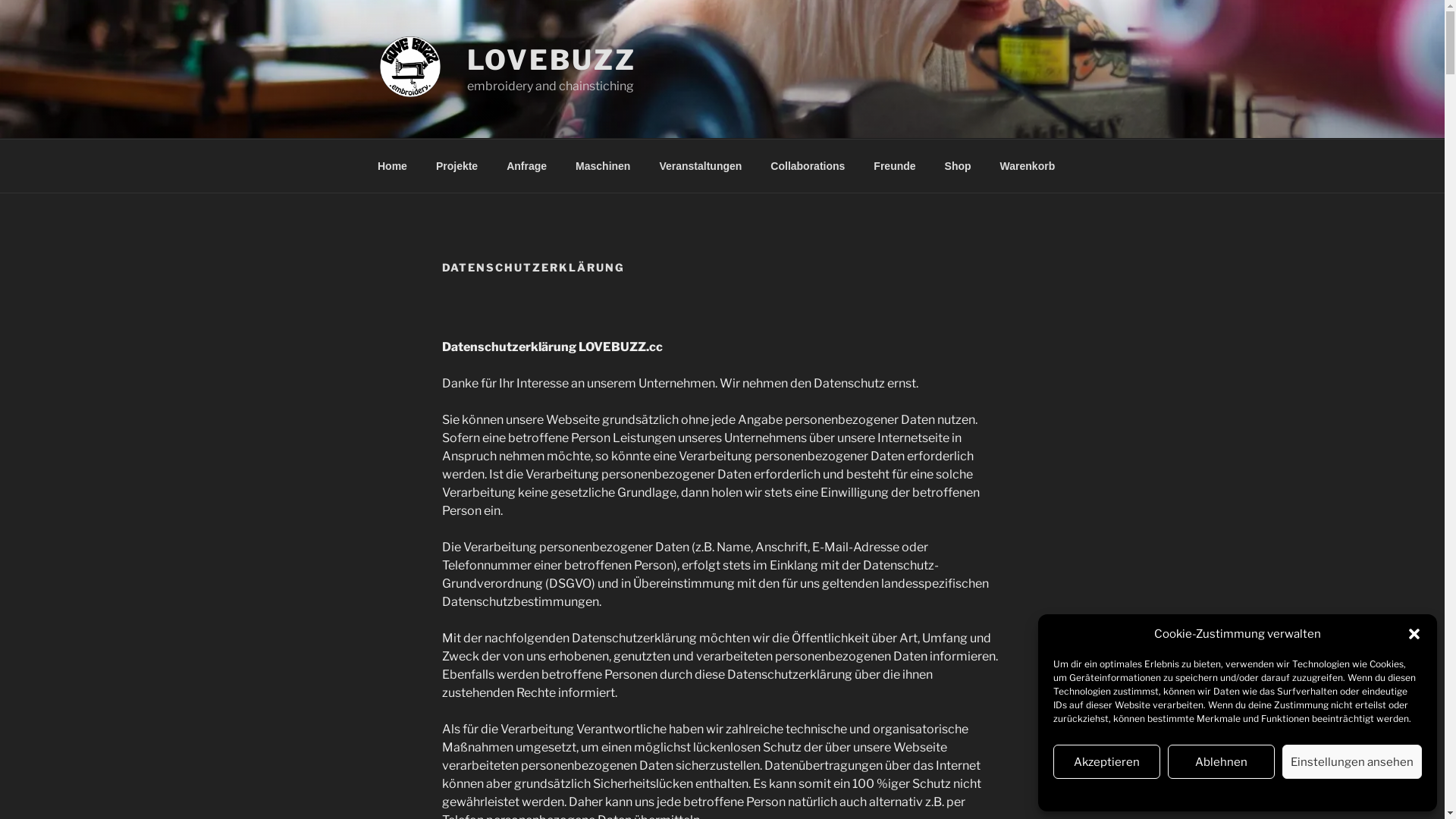  I want to click on 'Anfrage', so click(527, 165).